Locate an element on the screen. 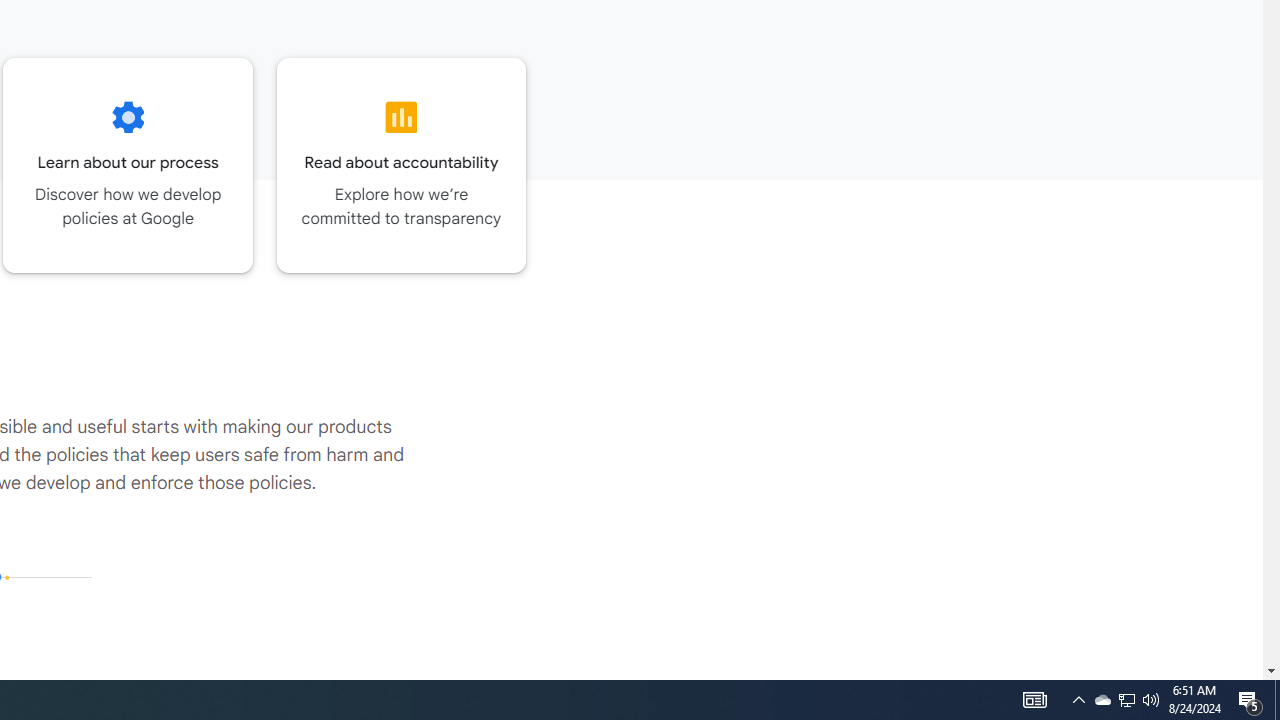  'Go to the Accountability page' is located at coordinates (400, 164).